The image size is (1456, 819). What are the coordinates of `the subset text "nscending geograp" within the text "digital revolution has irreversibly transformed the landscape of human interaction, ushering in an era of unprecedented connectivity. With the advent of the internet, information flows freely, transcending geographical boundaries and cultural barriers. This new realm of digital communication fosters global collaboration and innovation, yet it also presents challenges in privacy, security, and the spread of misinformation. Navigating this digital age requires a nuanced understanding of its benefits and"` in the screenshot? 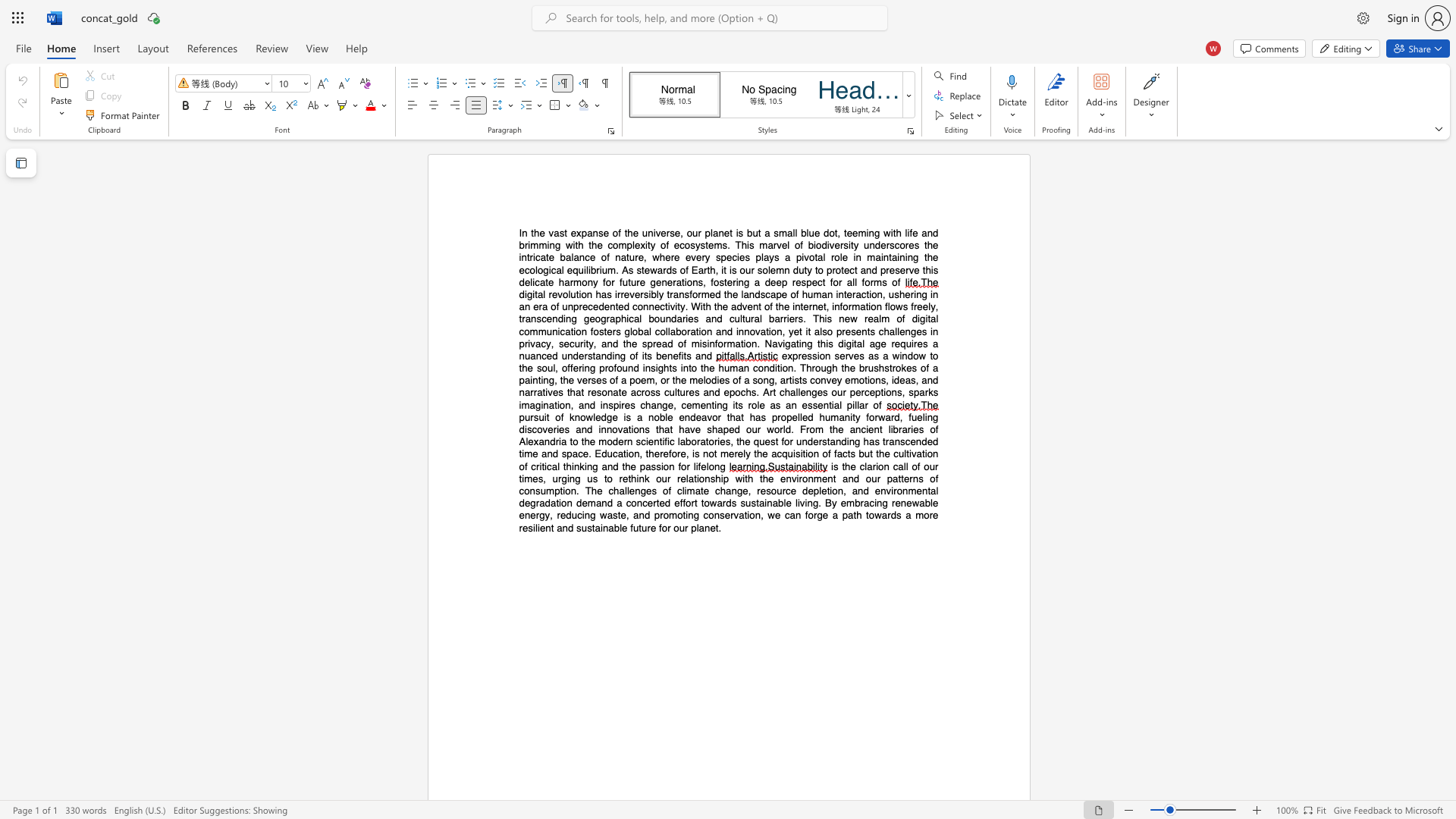 It's located at (531, 318).